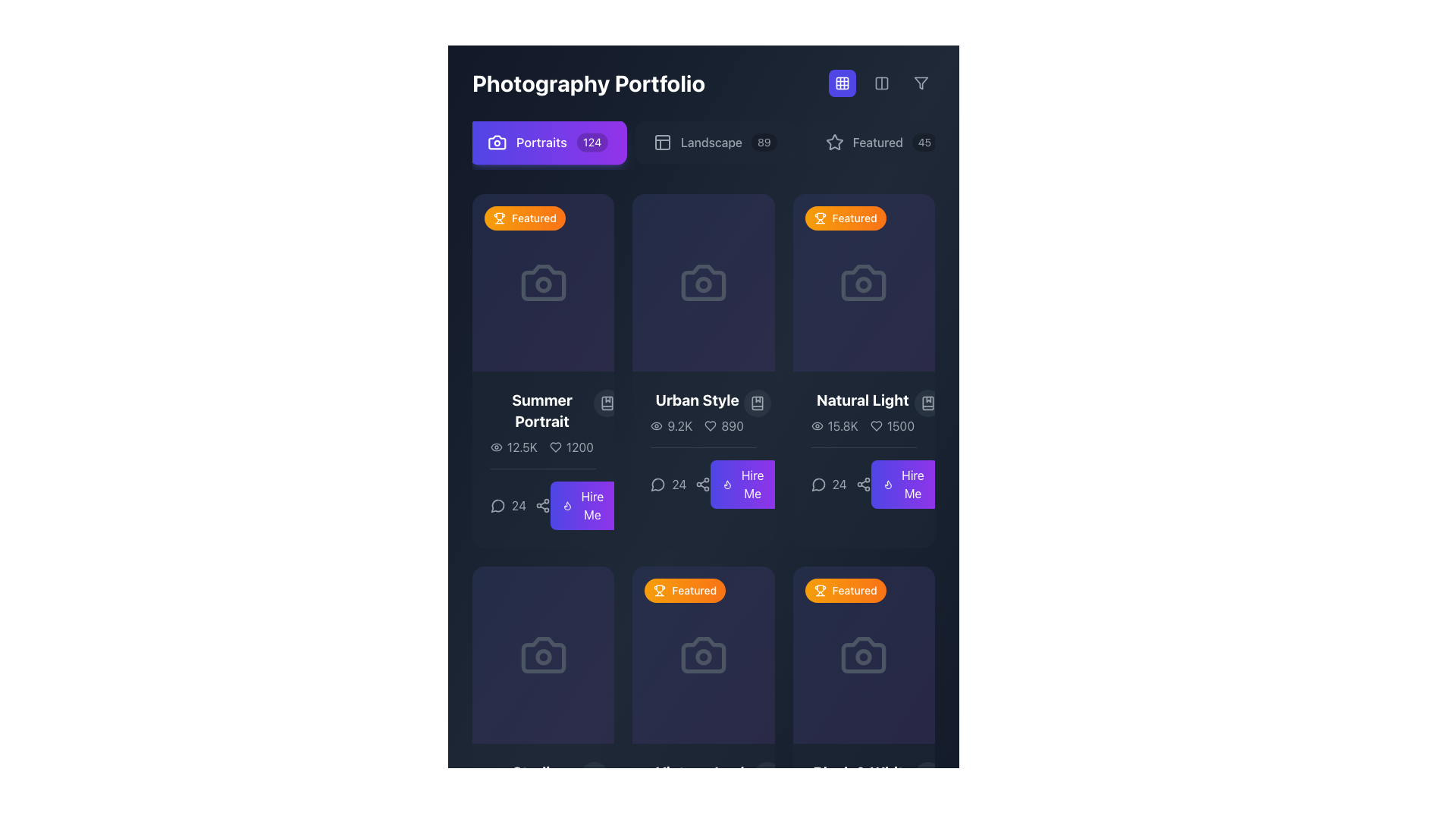  I want to click on the call-to-action button for hiring services located in the lower section of the 'Urban Style' card, the second card in the row of portfolio items under 'Portraits', so click(745, 485).